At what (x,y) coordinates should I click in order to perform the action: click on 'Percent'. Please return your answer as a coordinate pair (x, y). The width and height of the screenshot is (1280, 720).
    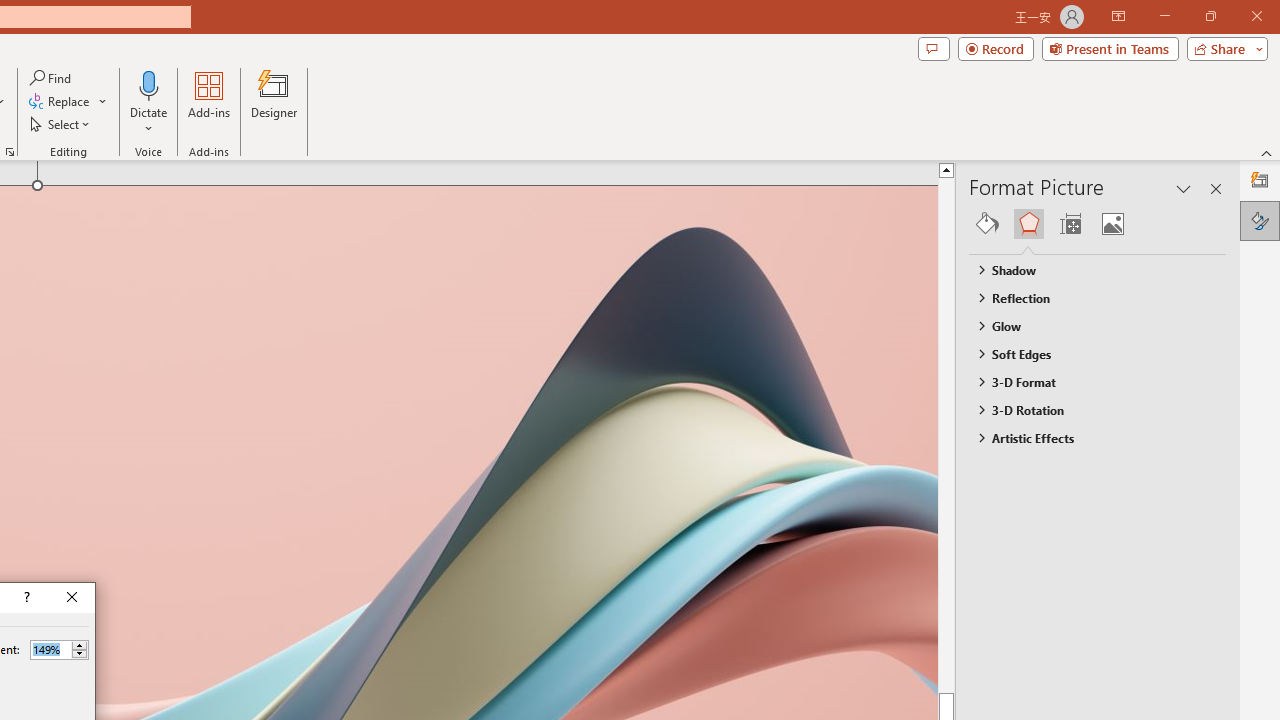
    Looking at the image, I should click on (50, 649).